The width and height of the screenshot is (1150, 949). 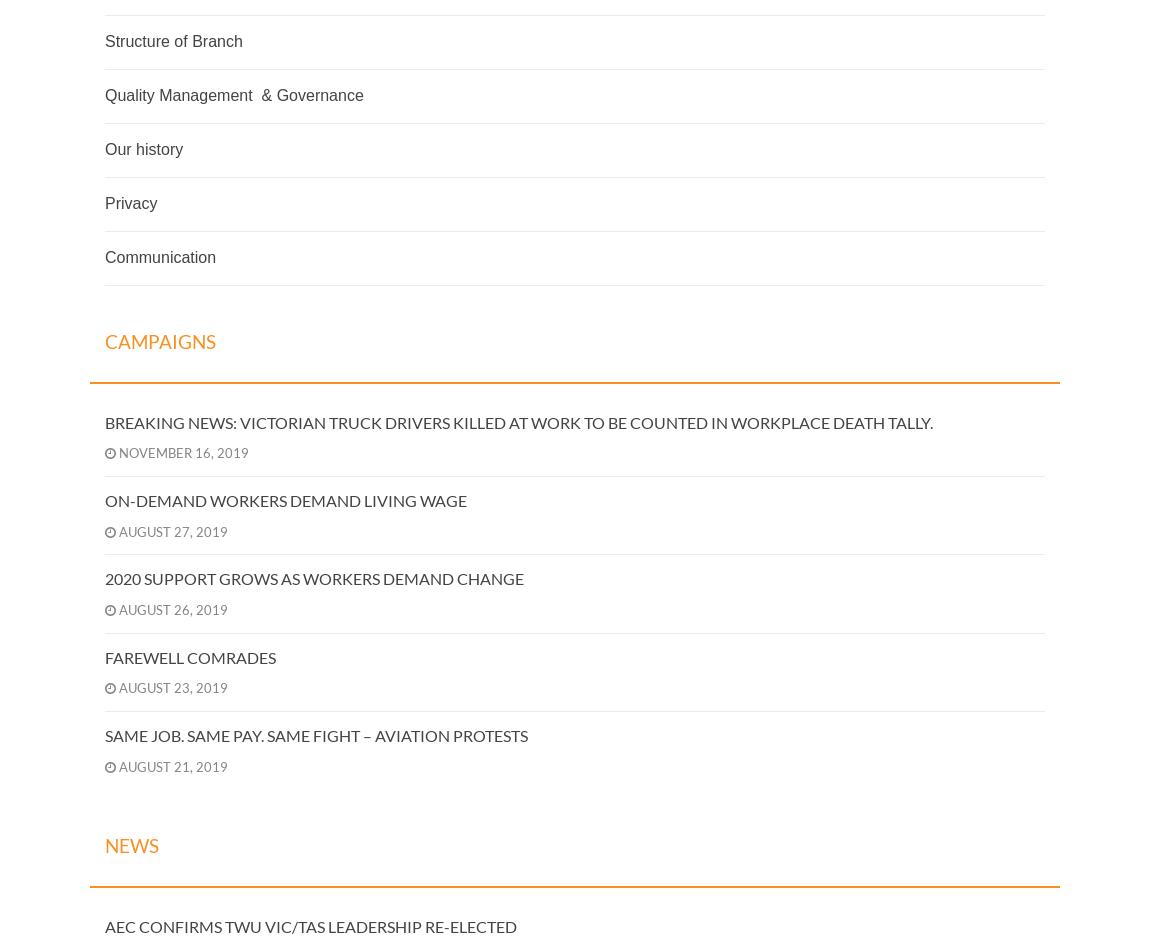 What do you see at coordinates (314, 577) in the screenshot?
I see `'2020 SUPPORT GROWS AS WORKERS DEMAND CHANGE'` at bounding box center [314, 577].